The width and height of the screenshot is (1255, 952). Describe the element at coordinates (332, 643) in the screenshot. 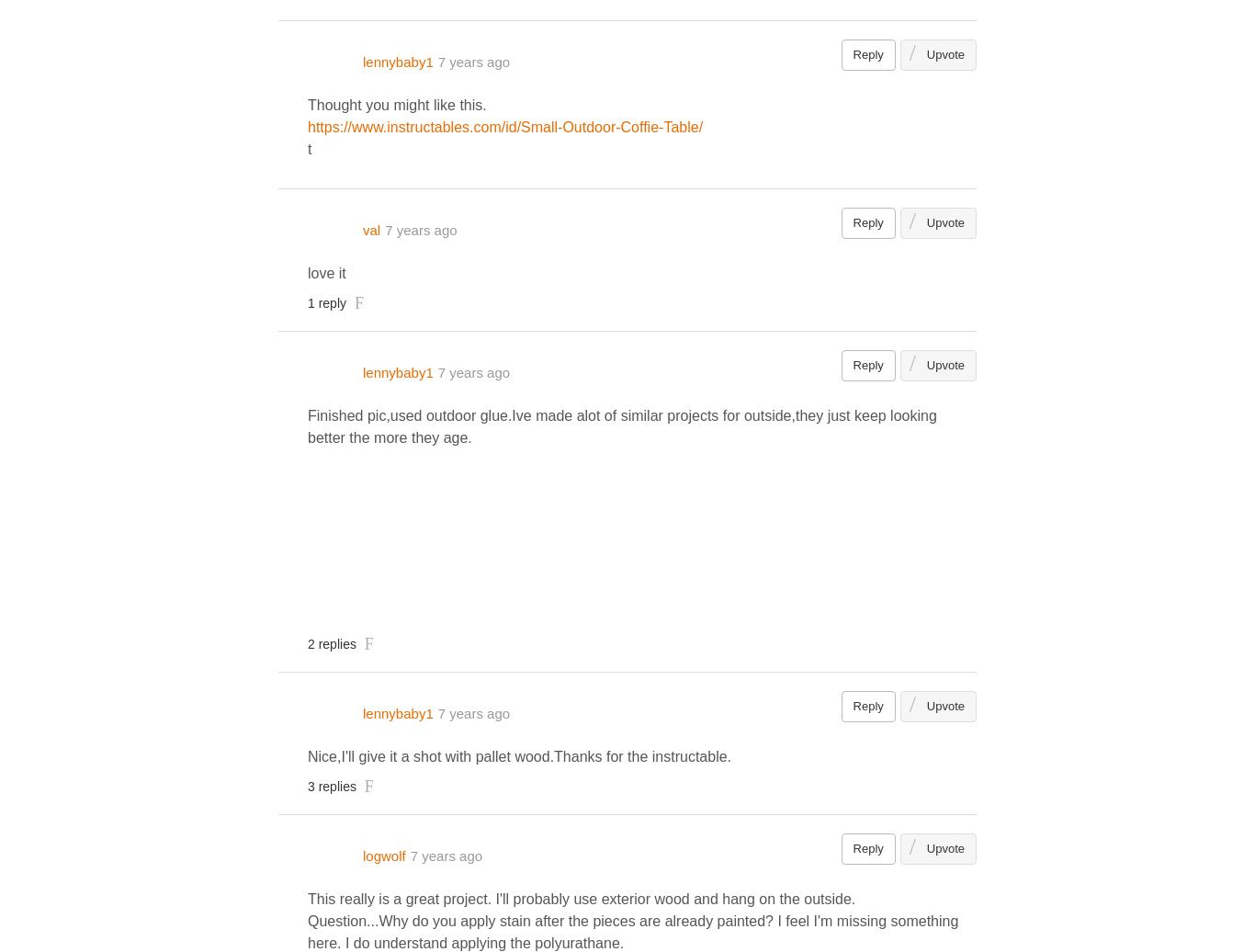

I see `'2
            
                replies'` at that location.